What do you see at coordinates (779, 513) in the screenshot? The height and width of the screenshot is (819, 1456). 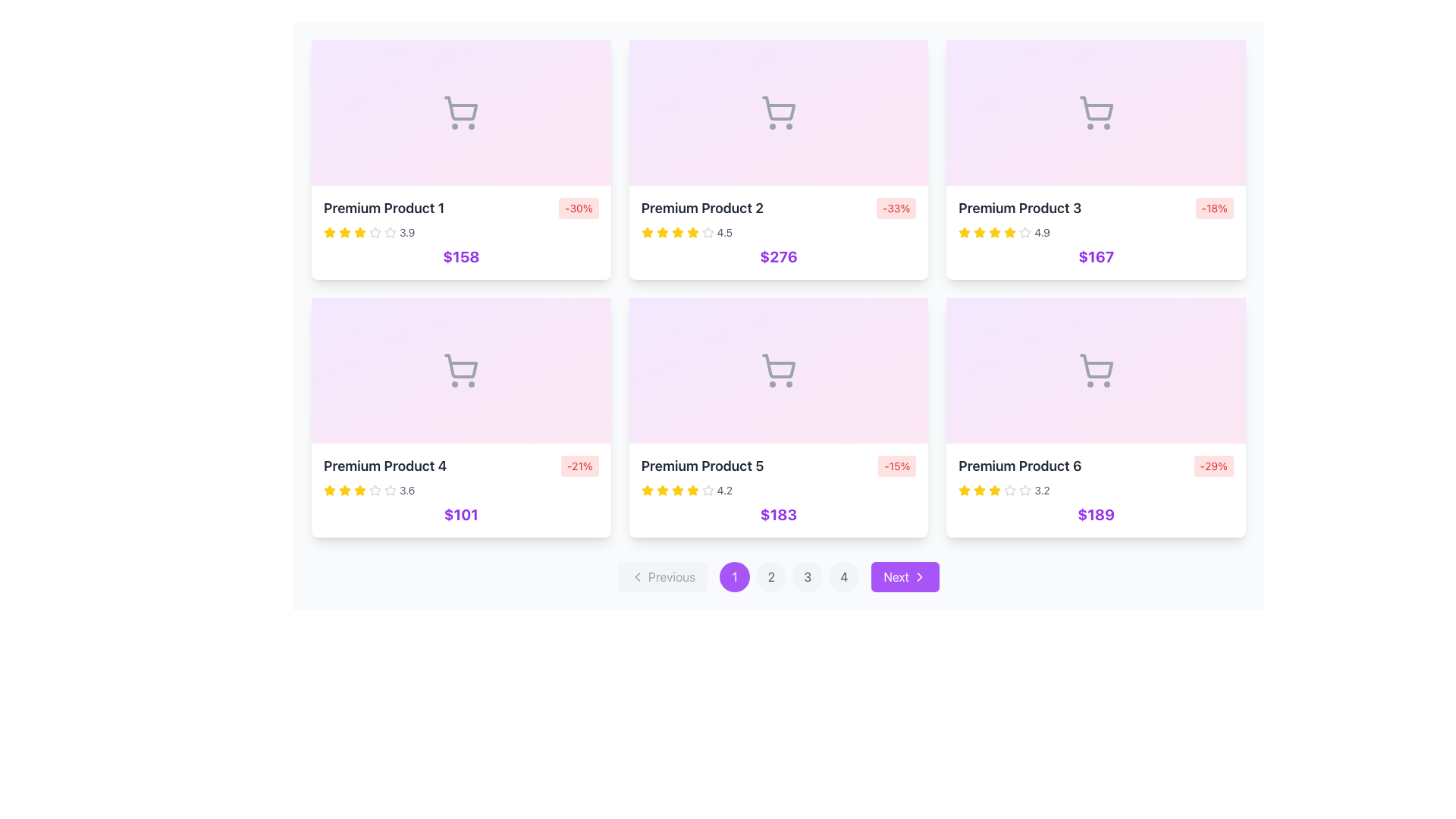 I see `the price label for the 'Premium Product 5' located at the bottom of its card` at bounding box center [779, 513].